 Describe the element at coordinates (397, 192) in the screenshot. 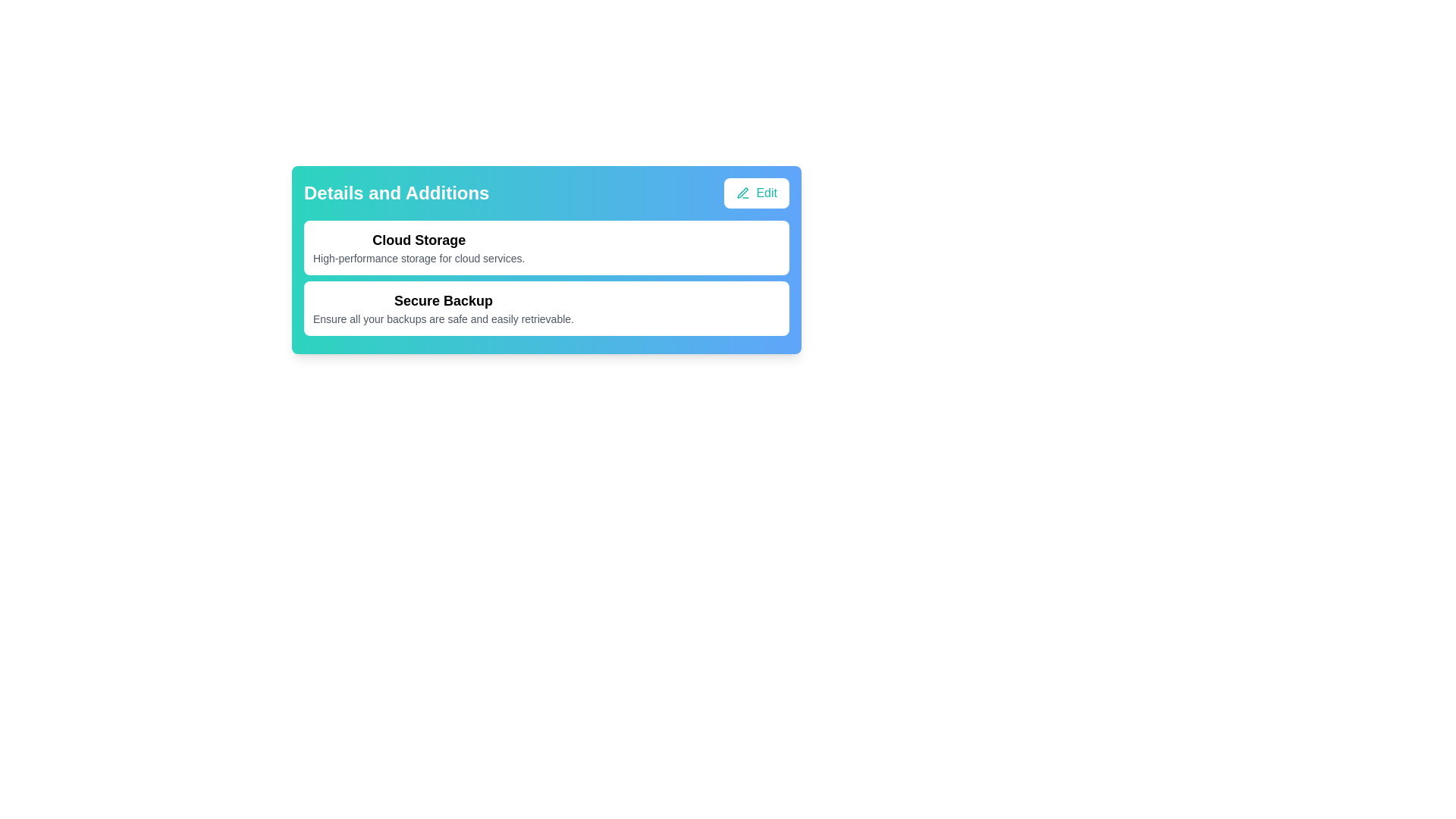

I see `the text label that serves as the title or heading of the section in the card interface, located at the top of the card and adjacent to the 'Edit' button` at that location.